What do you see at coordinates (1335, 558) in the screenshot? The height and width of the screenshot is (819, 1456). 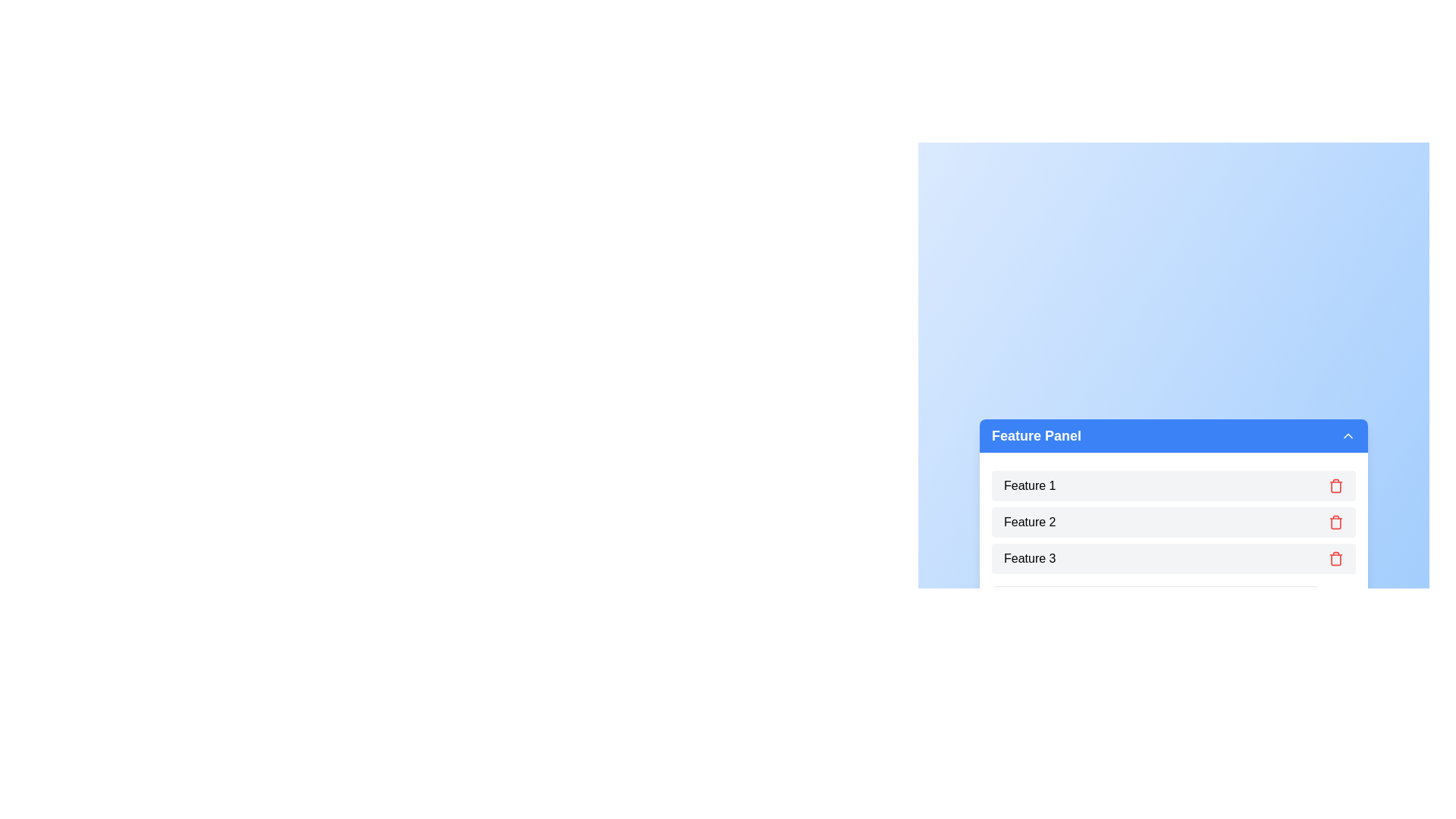 I see `the red trash can icon located to the right of 'Feature 3' in the feature panel to potentially display a tooltip` at bounding box center [1335, 558].